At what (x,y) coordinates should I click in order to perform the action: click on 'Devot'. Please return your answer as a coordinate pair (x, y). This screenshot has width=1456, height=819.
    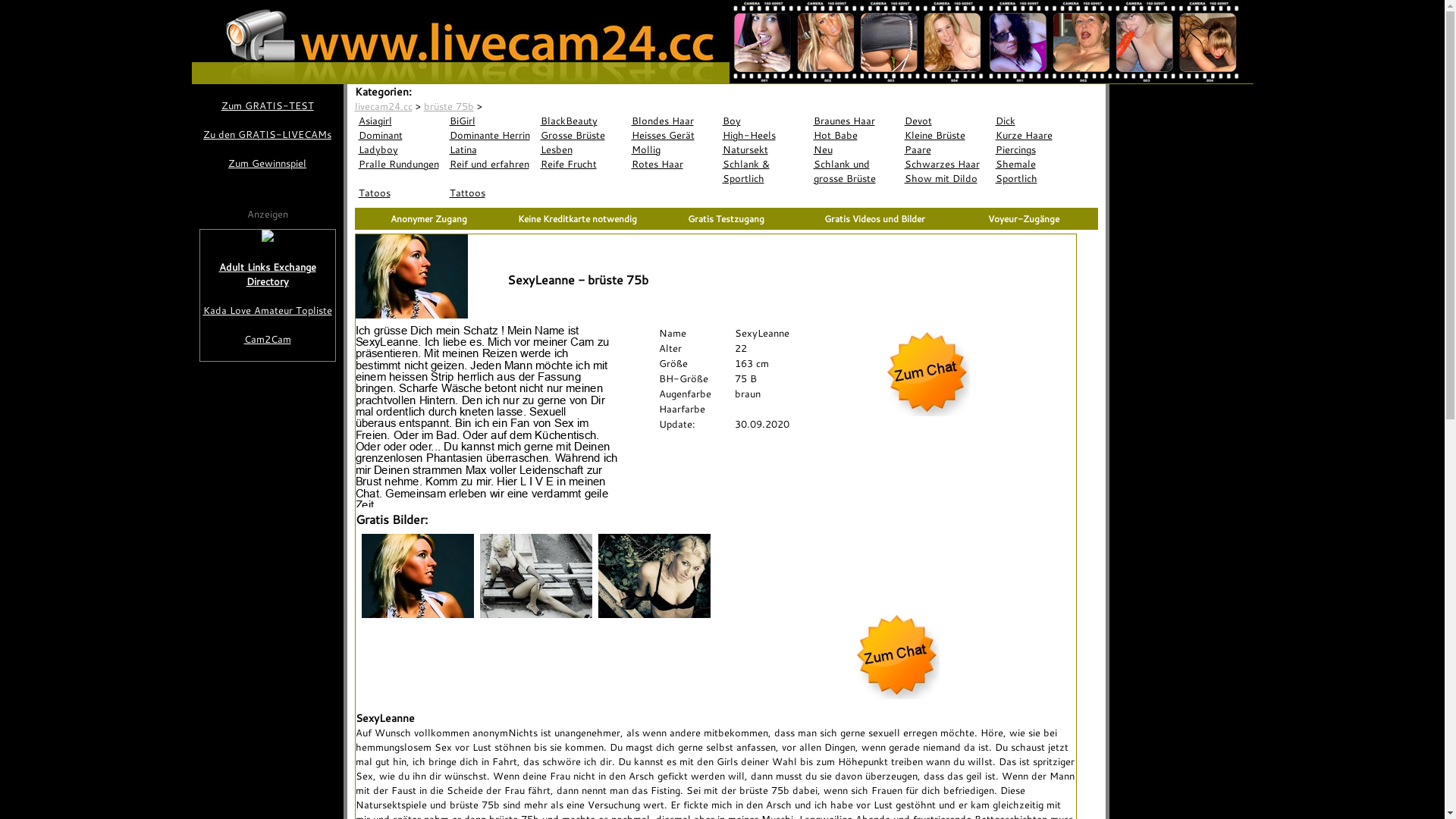
    Looking at the image, I should click on (946, 120).